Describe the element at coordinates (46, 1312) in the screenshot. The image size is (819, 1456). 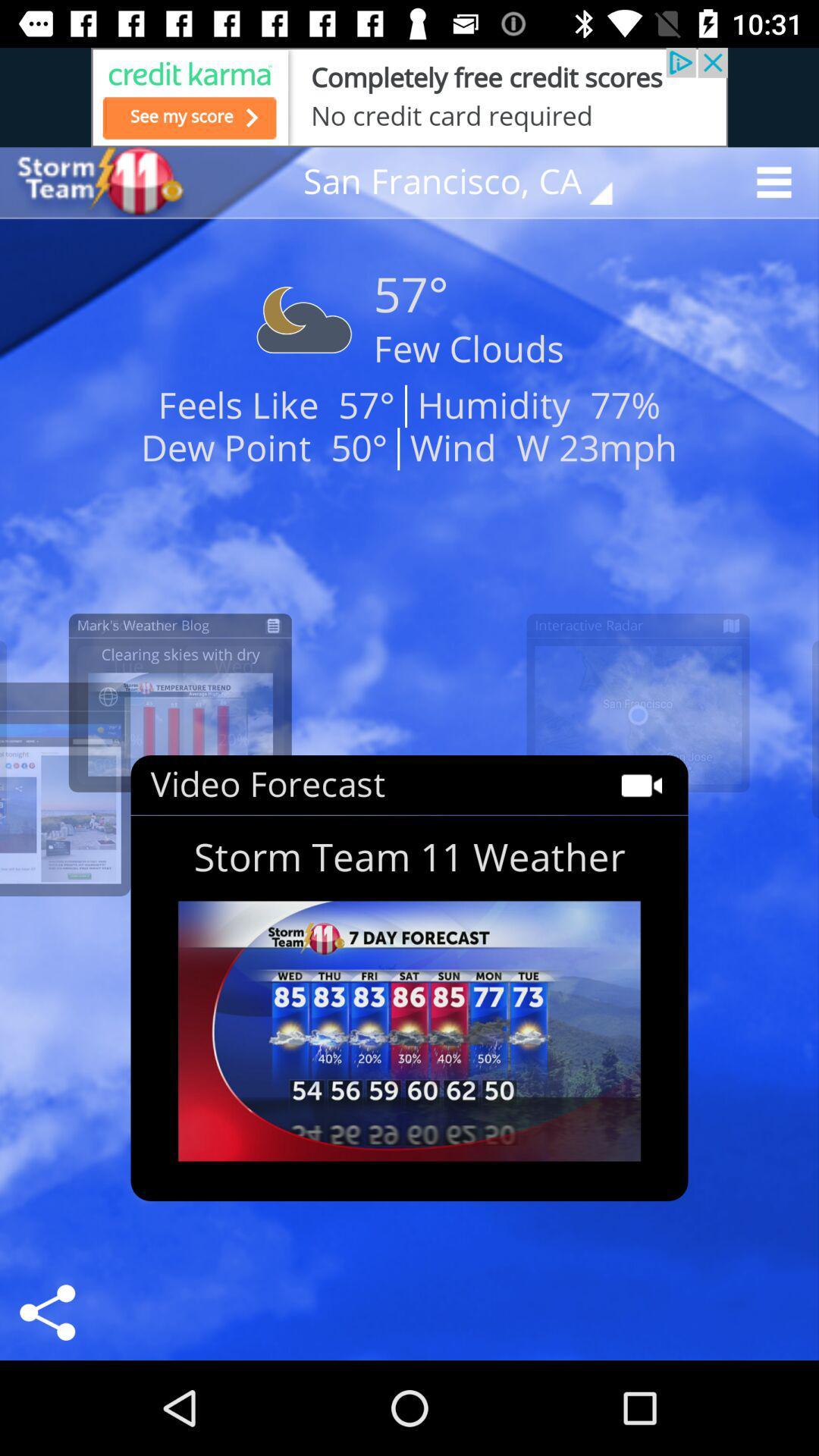
I see `the share icon` at that location.